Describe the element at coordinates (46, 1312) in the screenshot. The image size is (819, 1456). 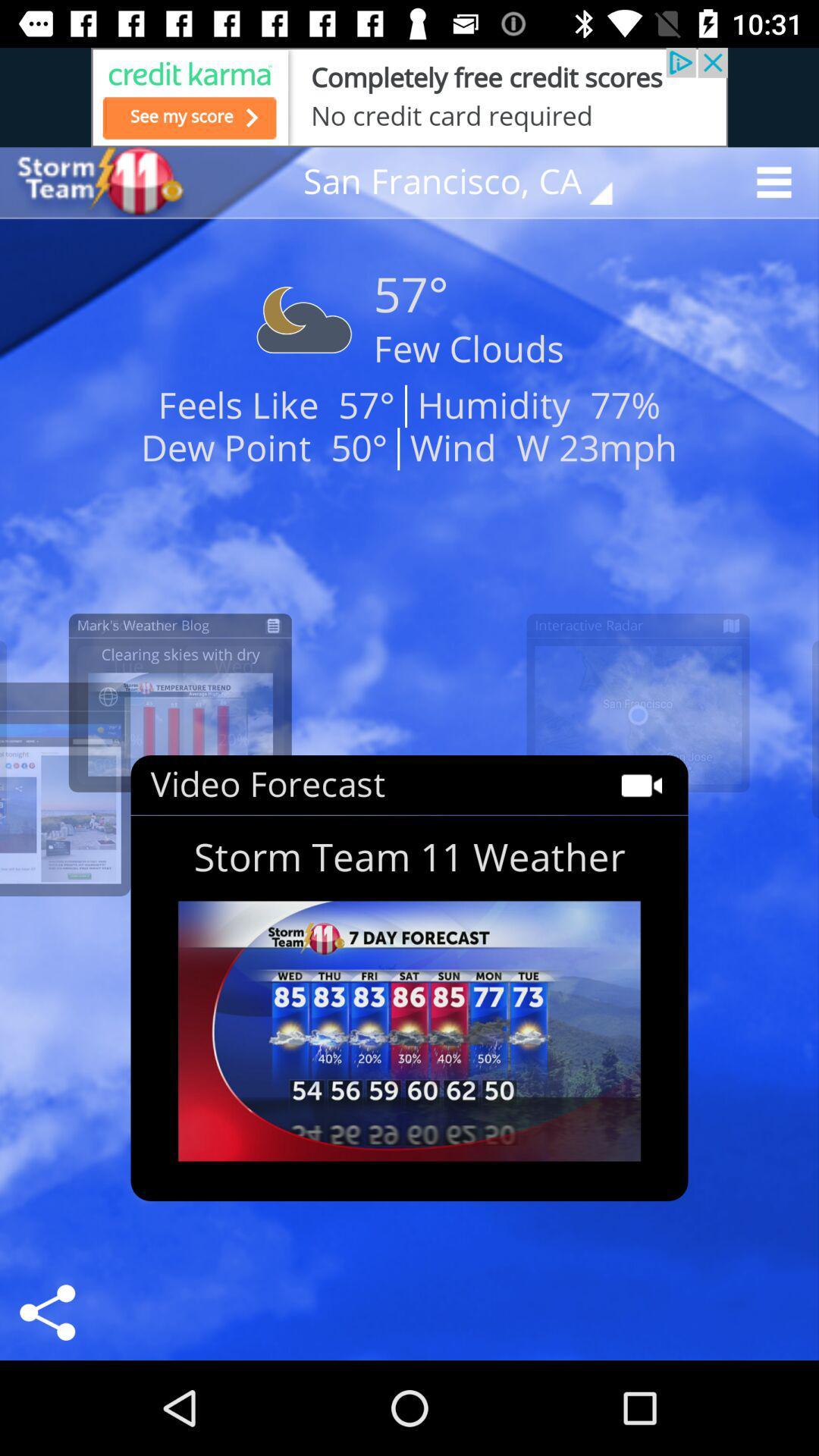
I see `the share icon` at that location.